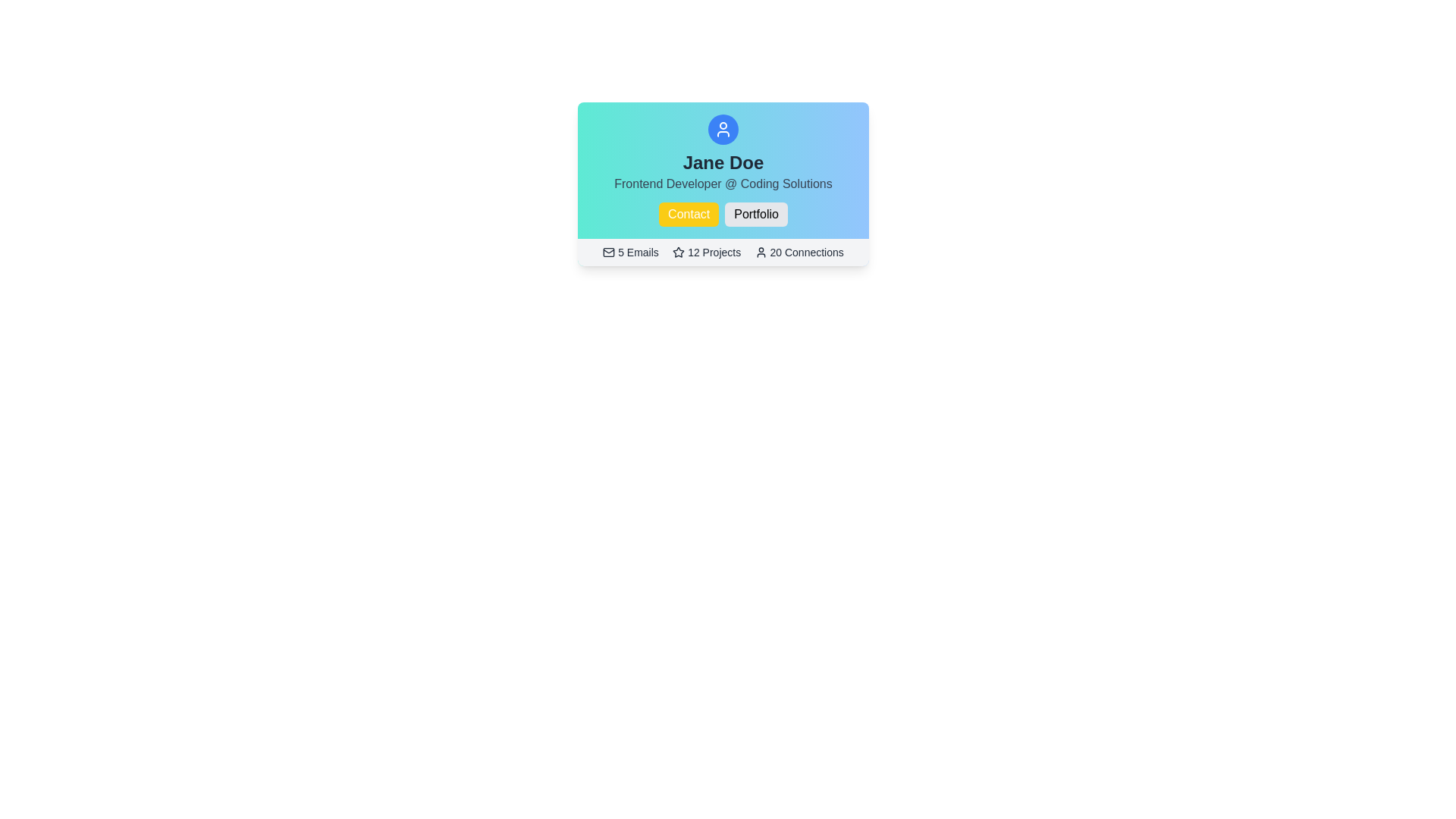 This screenshot has width=1456, height=819. Describe the element at coordinates (630, 251) in the screenshot. I see `the text label displaying '5 Emails' with a mail icon, which is located in the first section on the left of a row containing three sections` at that location.